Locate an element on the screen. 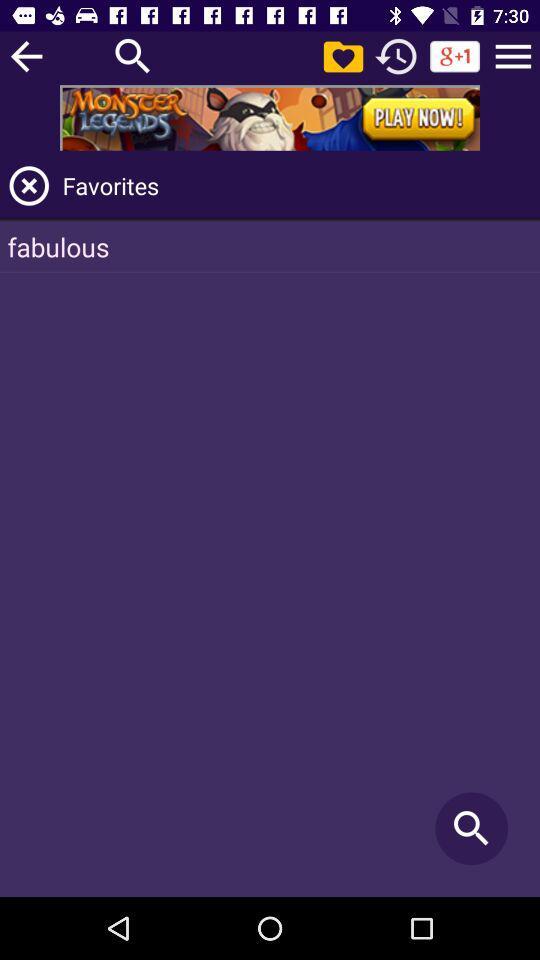 The image size is (540, 960). the item at the bottom right corner is located at coordinates (471, 828).